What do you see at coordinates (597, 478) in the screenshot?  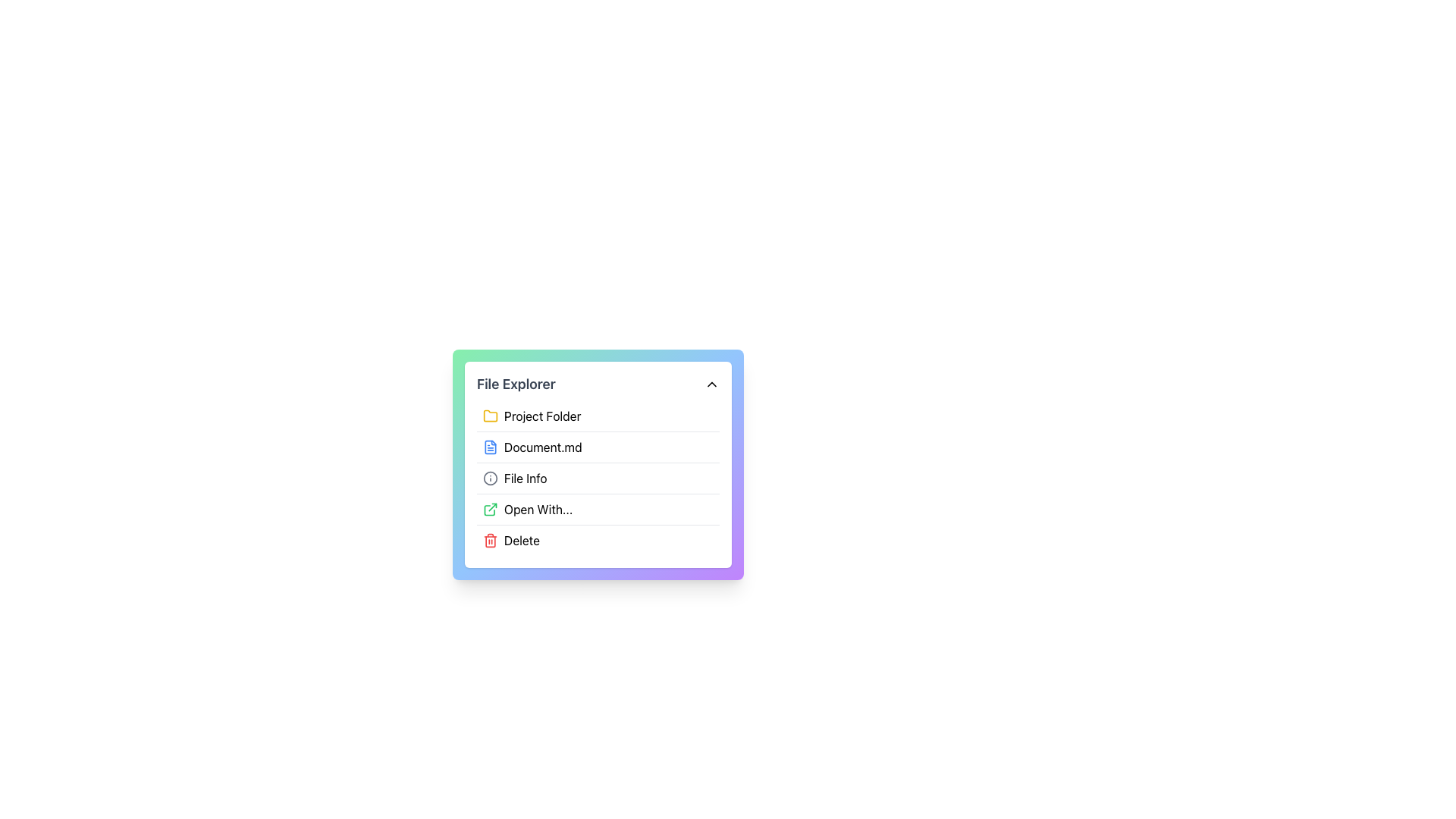 I see `the third option in the dropdown menu that provides access to detailed metadata or properties of a file, positioned below 'Document.md' and above 'Open With...'` at bounding box center [597, 478].